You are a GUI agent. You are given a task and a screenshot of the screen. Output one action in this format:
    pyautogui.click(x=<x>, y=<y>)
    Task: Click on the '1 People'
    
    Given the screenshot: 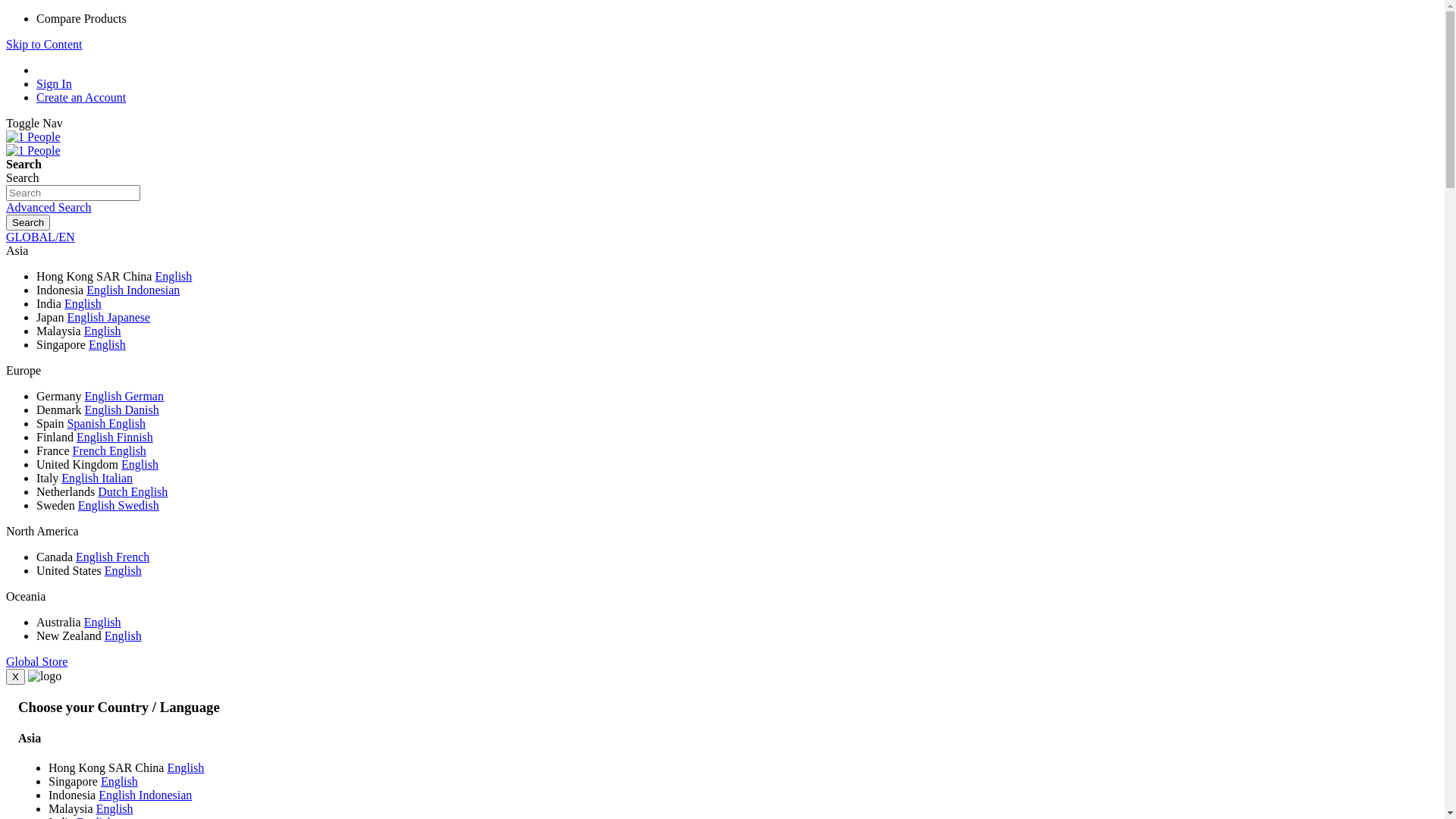 What is the action you would take?
    pyautogui.click(x=33, y=151)
    